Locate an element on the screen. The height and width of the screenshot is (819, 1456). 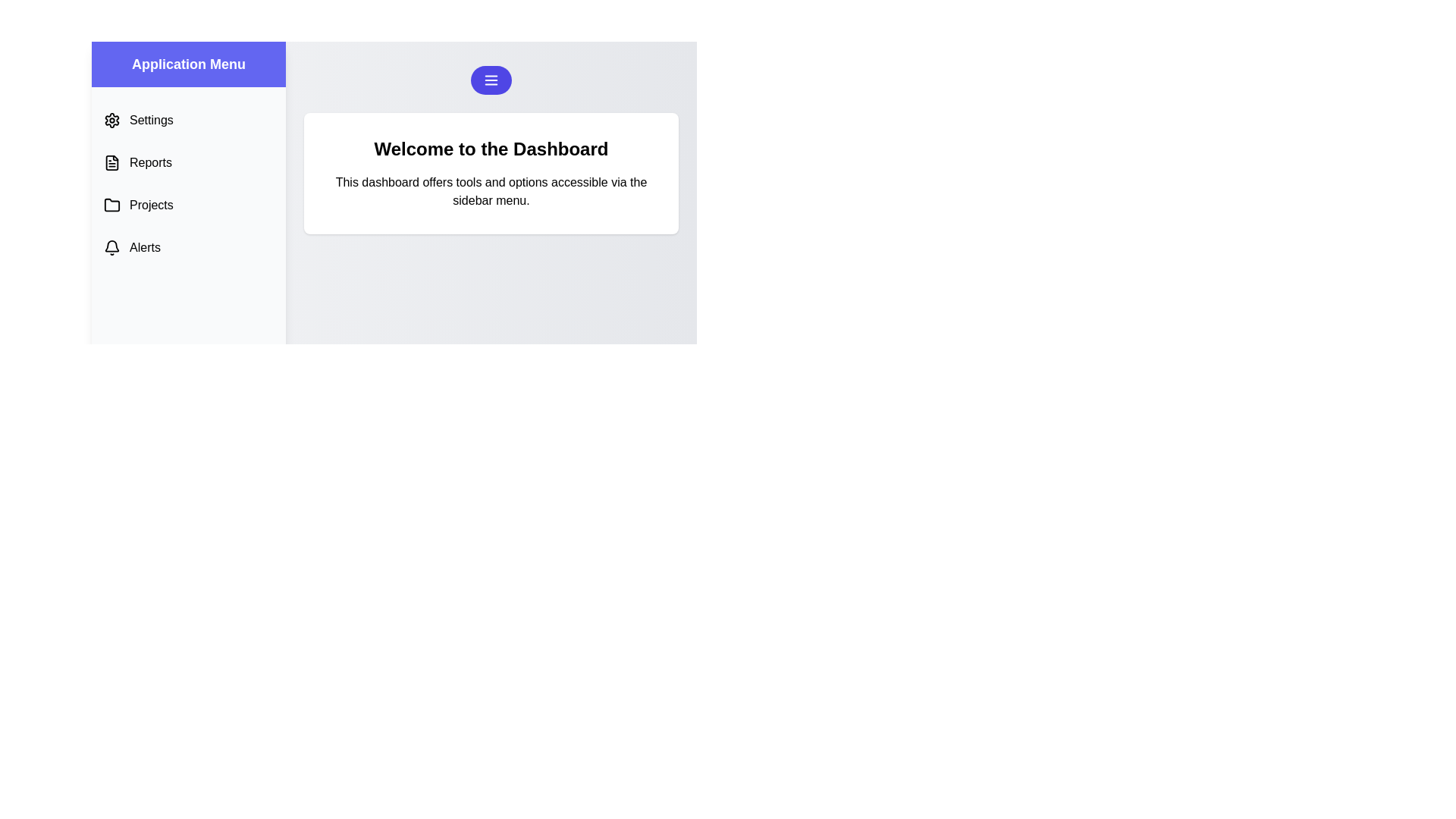
the menu option Reports is located at coordinates (188, 163).